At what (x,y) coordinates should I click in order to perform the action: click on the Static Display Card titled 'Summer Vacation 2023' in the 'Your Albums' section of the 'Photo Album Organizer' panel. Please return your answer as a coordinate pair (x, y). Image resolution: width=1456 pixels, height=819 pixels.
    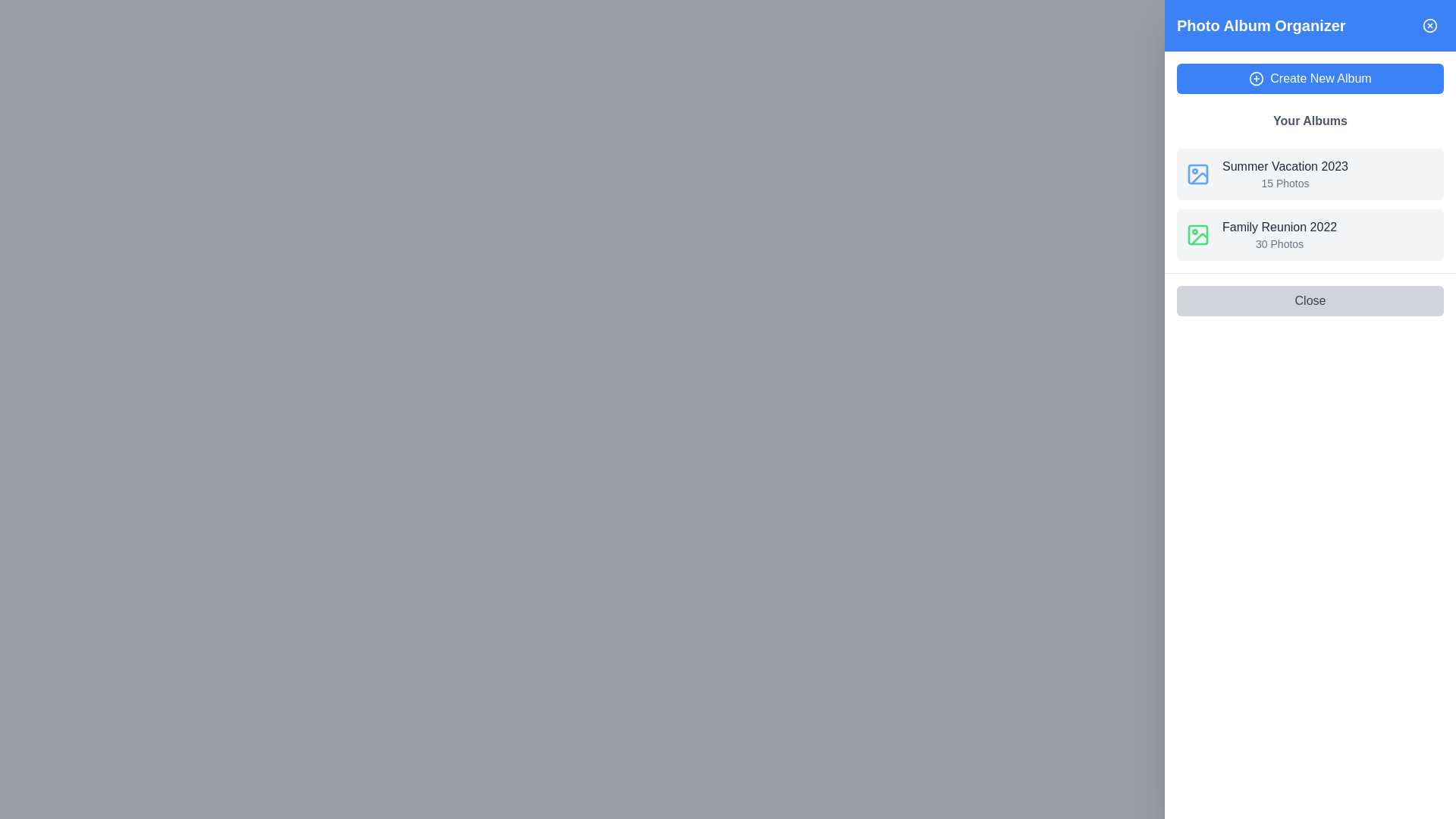
    Looking at the image, I should click on (1310, 174).